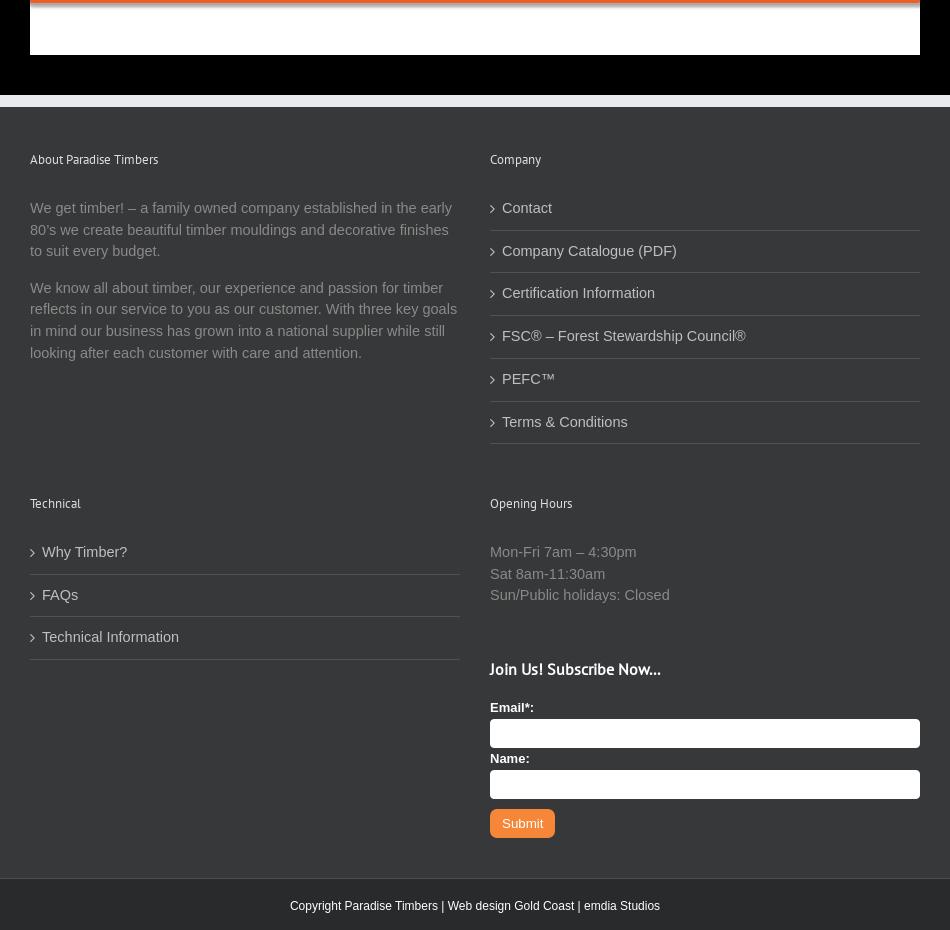 This screenshot has height=930, width=950. Describe the element at coordinates (242, 318) in the screenshot. I see `'We know all about timber, our experience and passion for timber reflects in our service to you as our customer. With three key goals in mind our business has grown into a national supplier while still looking after each customer with care and attention.'` at that location.